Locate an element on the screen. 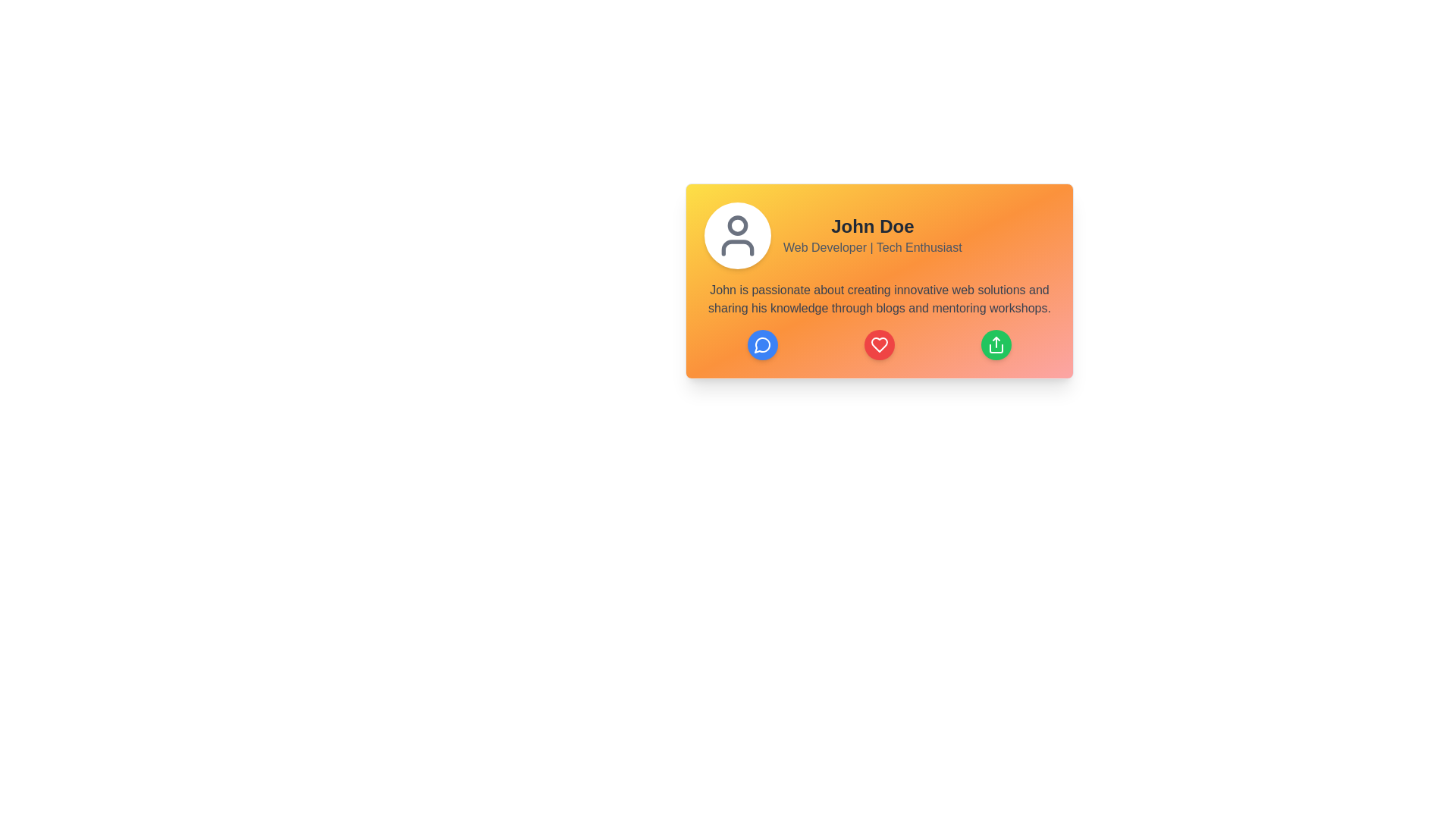  the first button in a row of three buttons, located below the user profile card is located at coordinates (763, 345).